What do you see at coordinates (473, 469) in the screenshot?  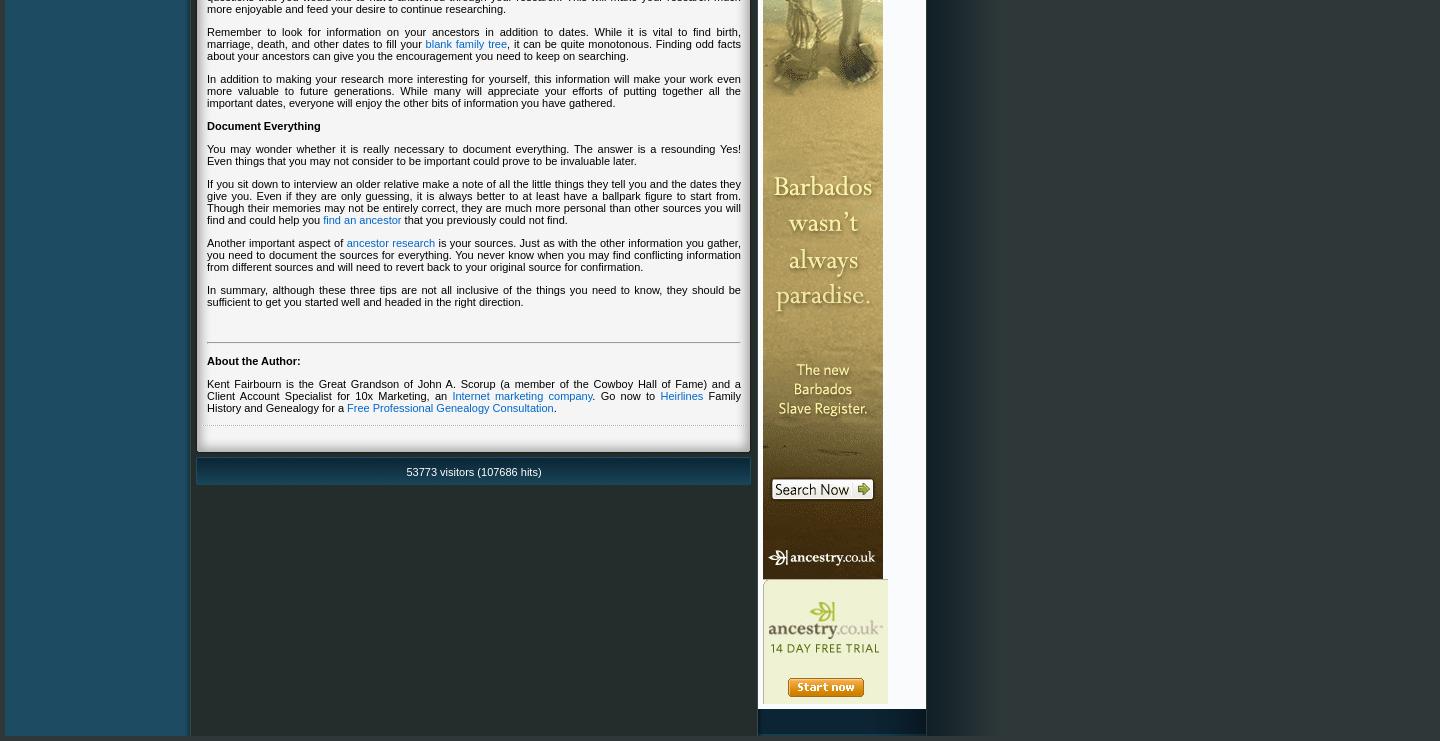 I see `'53773 visitors (107686 hits)'` at bounding box center [473, 469].